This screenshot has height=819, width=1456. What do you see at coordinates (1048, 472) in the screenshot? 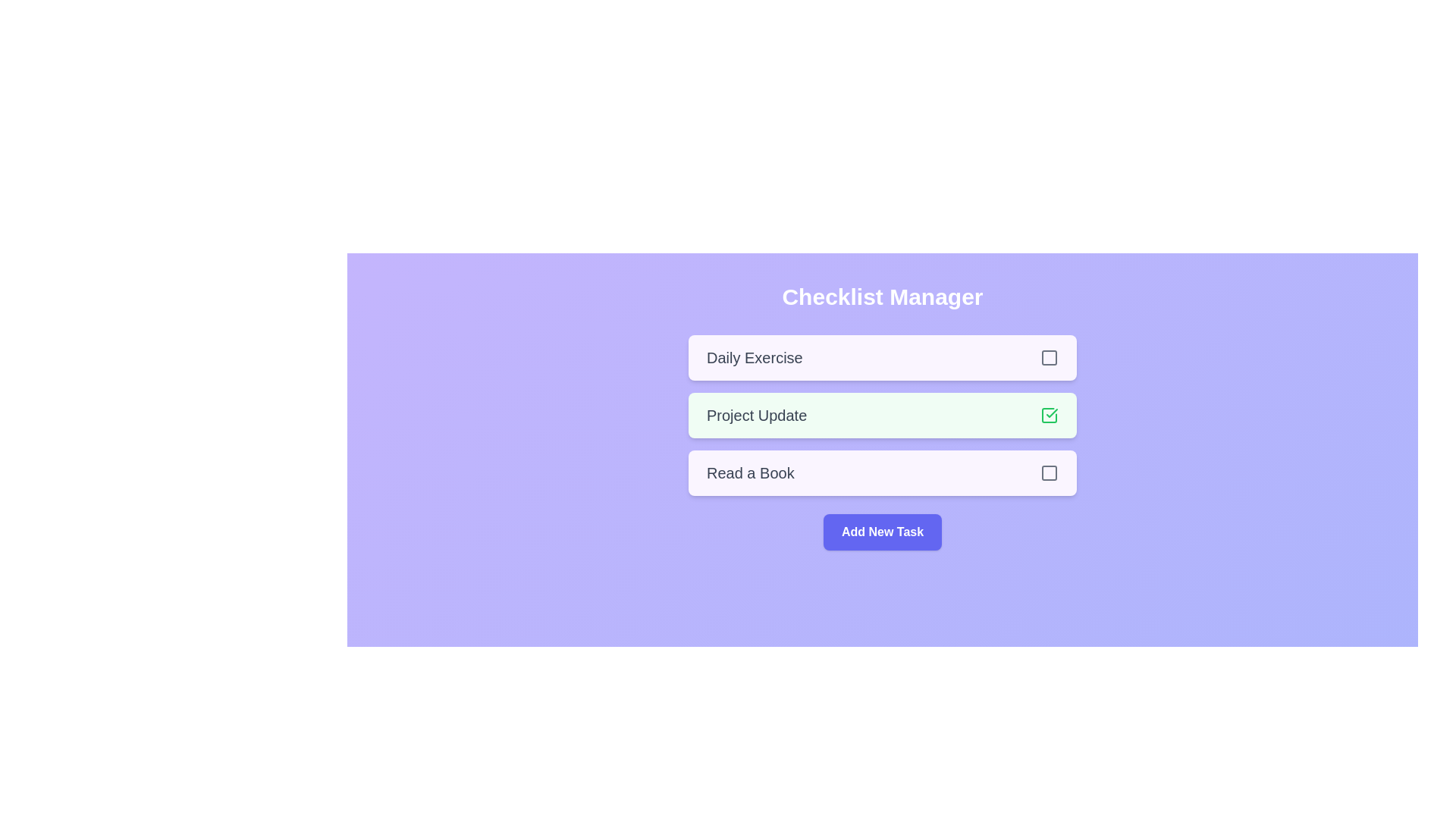
I see `the checkbox for the task titled 'Read a Book' to toggle its completion status` at bounding box center [1048, 472].